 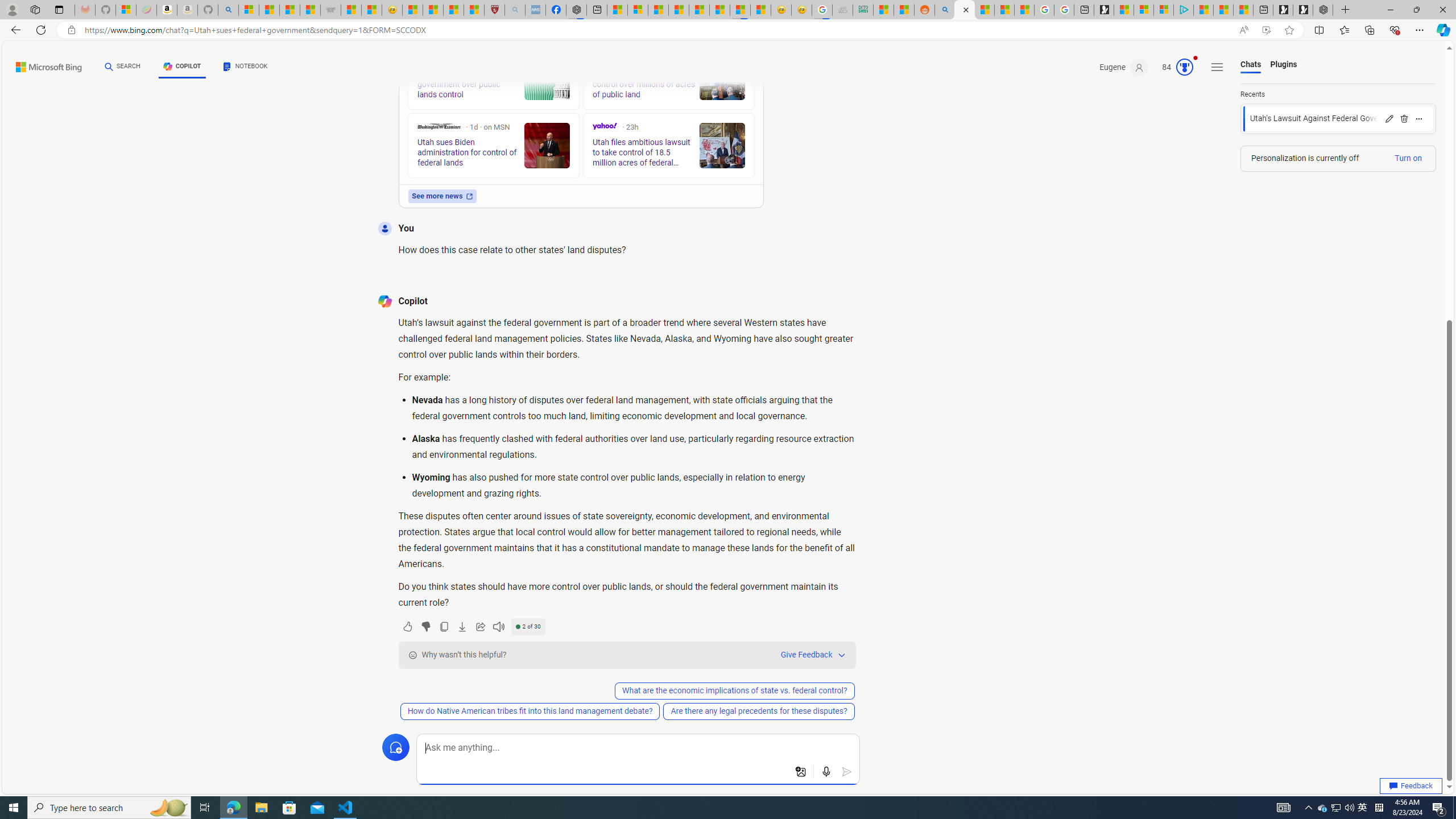 I want to click on 'Turn on', so click(x=1407, y=157).